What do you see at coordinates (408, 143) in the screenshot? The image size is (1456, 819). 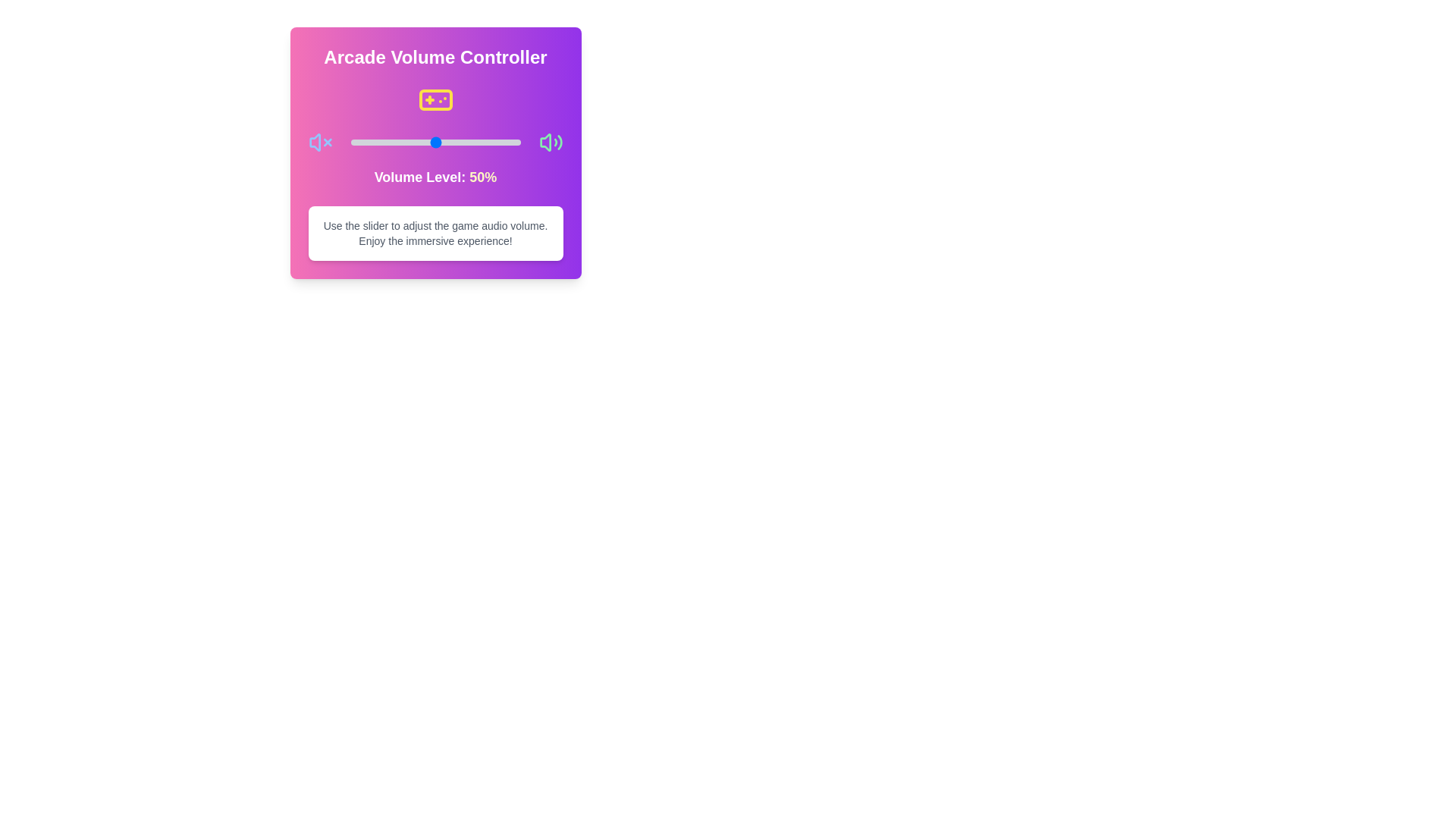 I see `the volume to 34% by dragging the slider` at bounding box center [408, 143].